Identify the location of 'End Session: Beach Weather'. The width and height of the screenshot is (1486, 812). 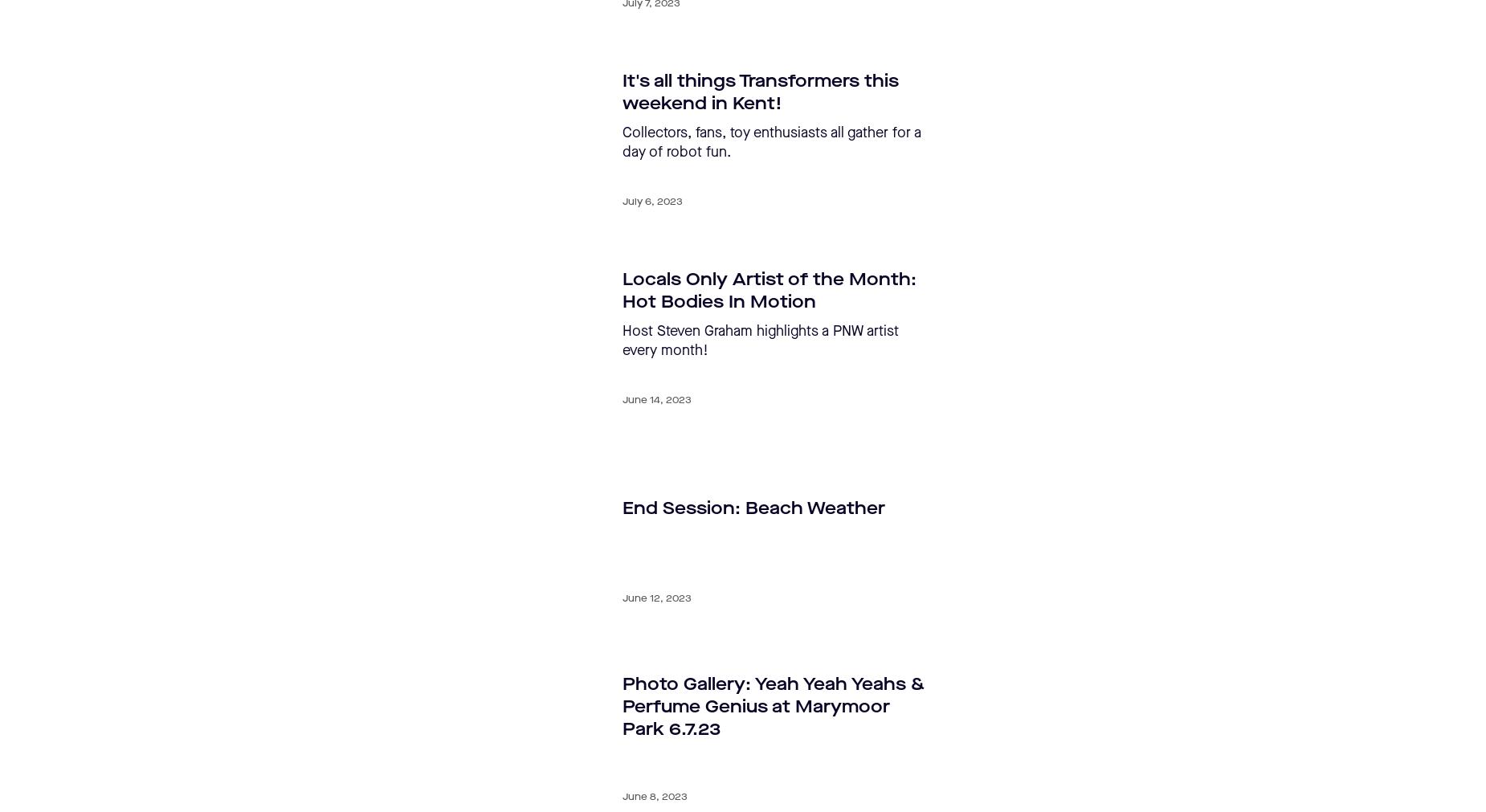
(622, 508).